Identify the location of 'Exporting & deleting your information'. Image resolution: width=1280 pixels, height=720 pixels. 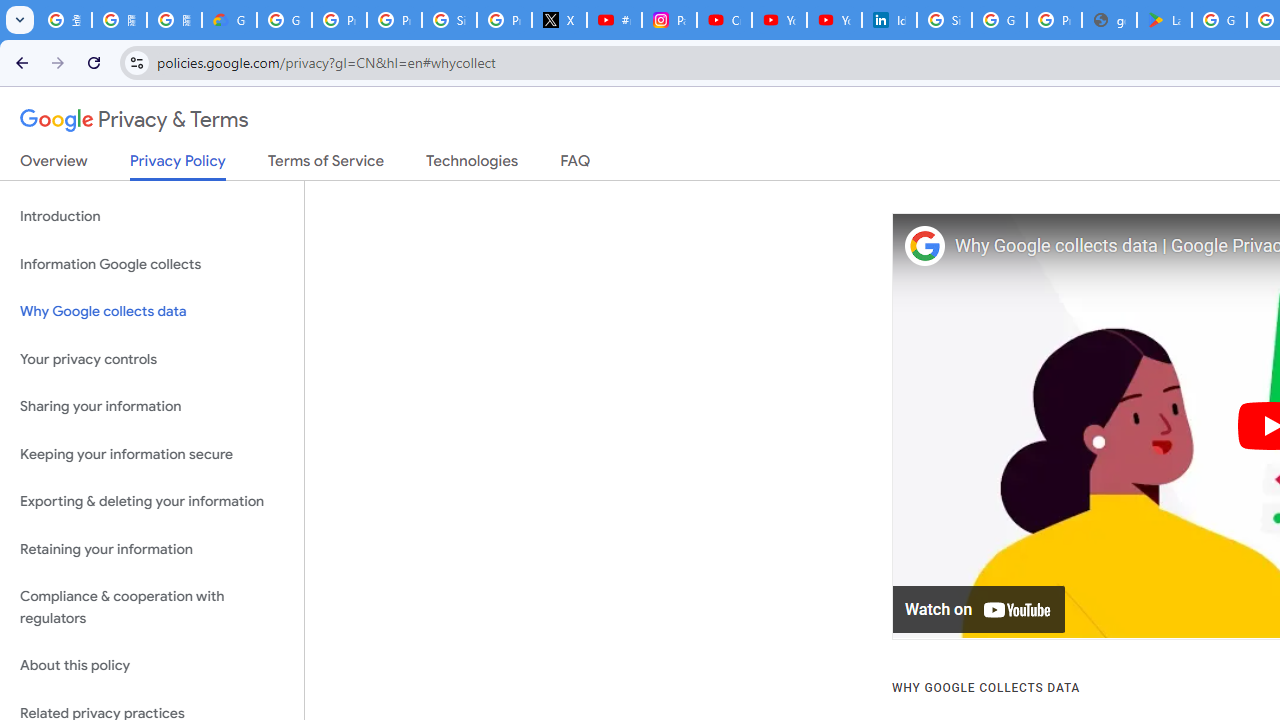
(151, 501).